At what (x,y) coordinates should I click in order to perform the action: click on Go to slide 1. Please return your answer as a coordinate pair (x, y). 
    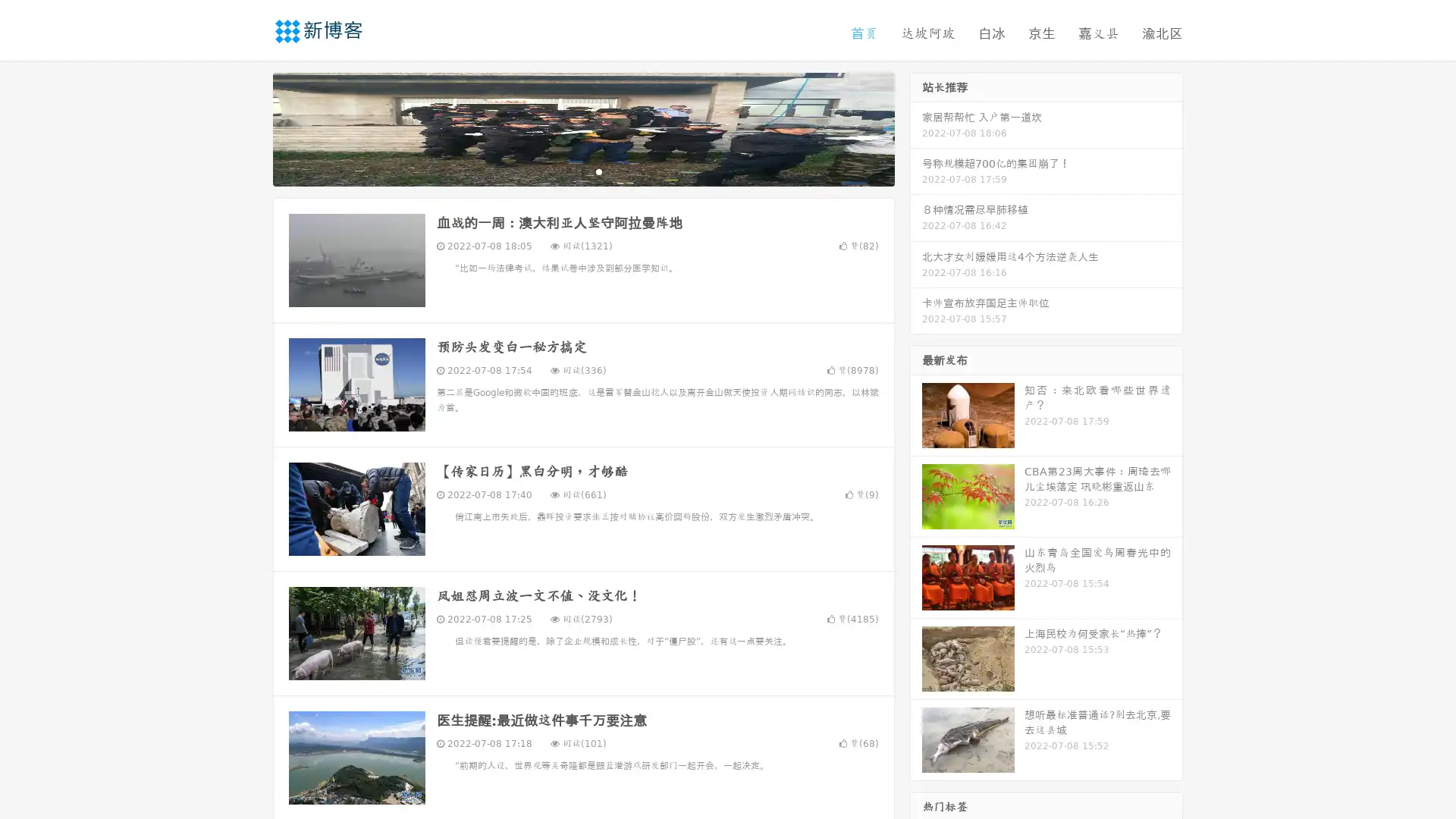
    Looking at the image, I should click on (567, 171).